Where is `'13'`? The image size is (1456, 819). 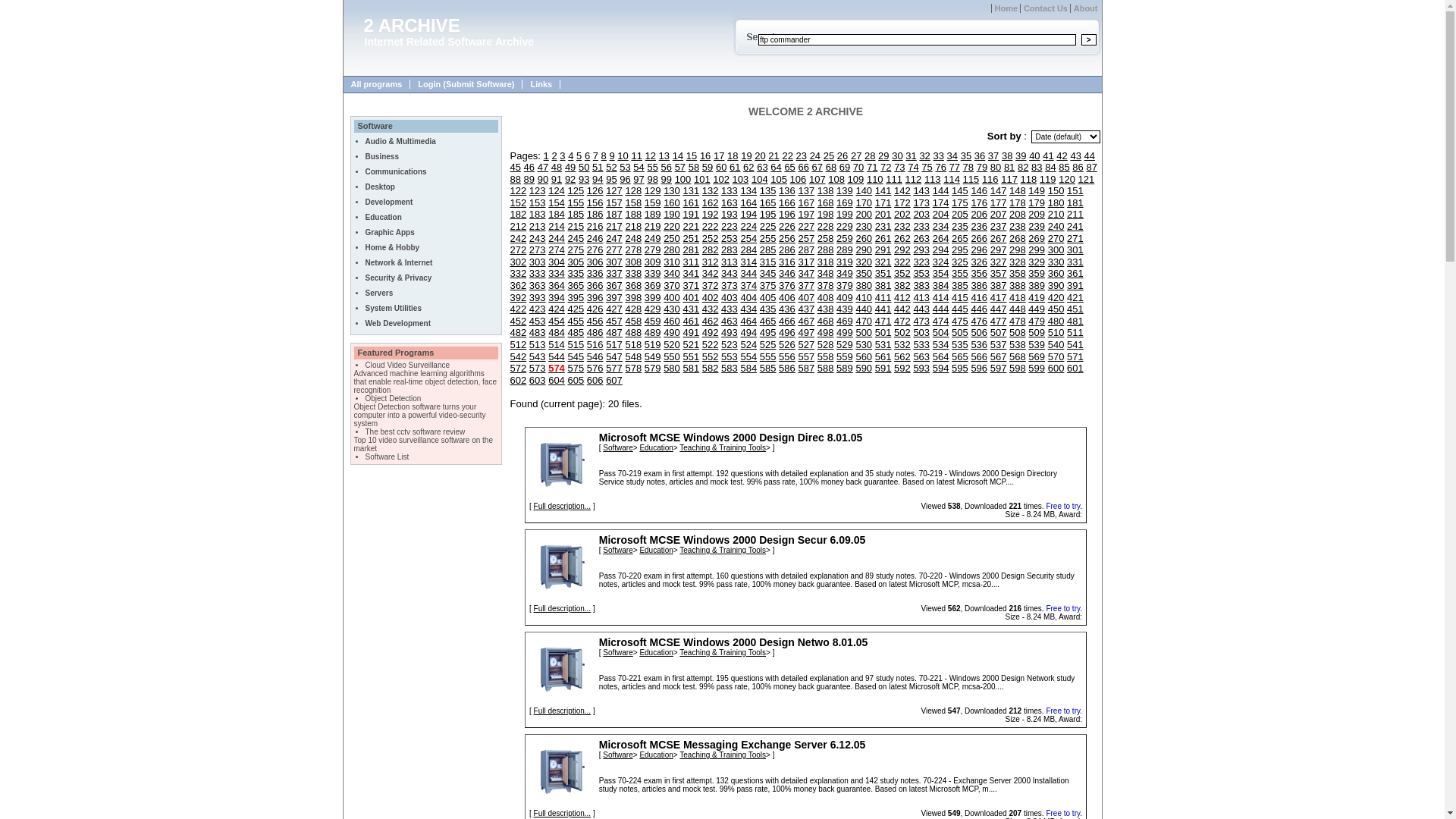 '13' is located at coordinates (664, 155).